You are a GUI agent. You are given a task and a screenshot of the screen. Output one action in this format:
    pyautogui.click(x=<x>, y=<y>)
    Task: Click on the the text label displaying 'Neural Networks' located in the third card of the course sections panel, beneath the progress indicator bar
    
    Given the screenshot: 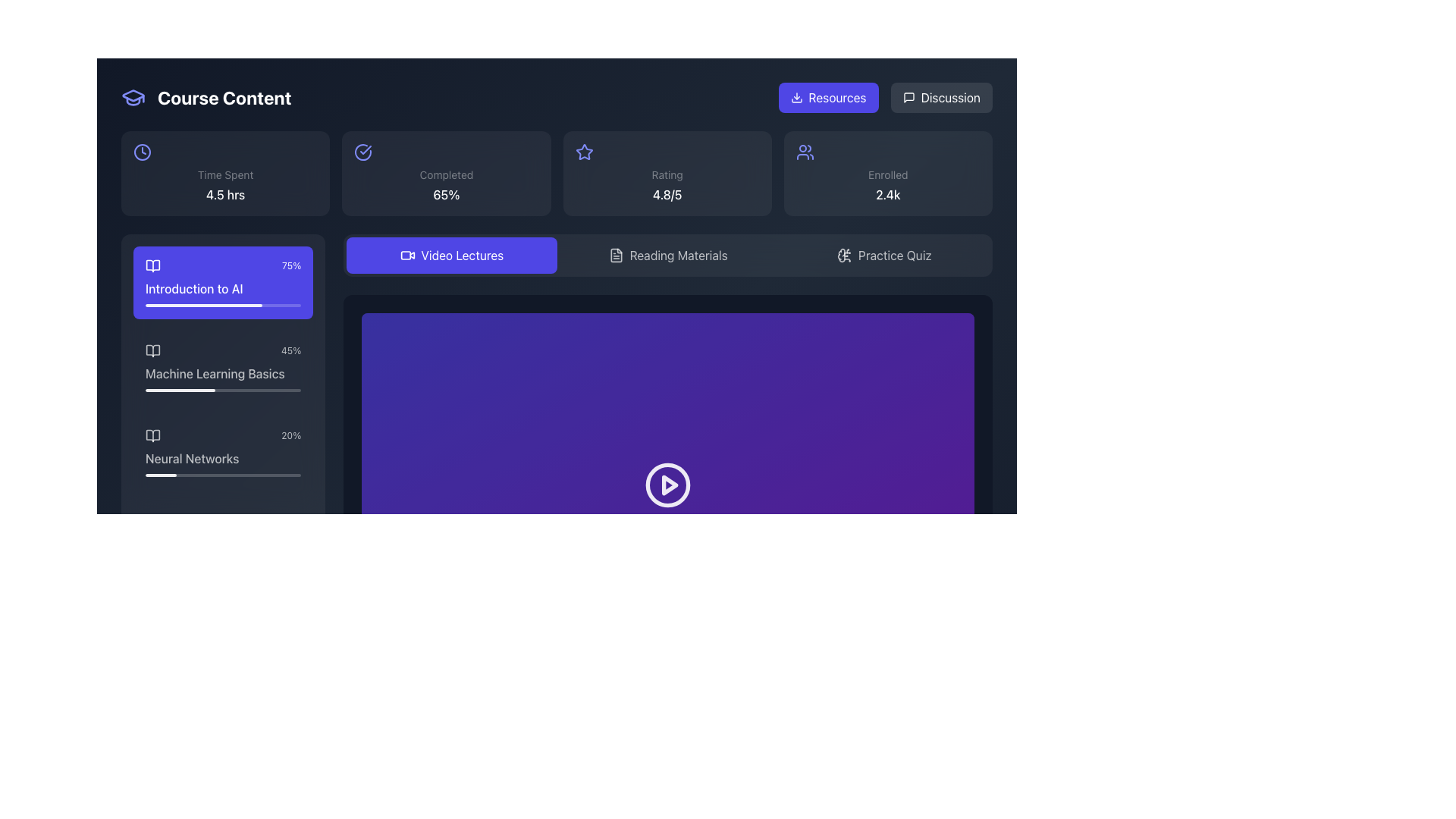 What is the action you would take?
    pyautogui.click(x=222, y=458)
    